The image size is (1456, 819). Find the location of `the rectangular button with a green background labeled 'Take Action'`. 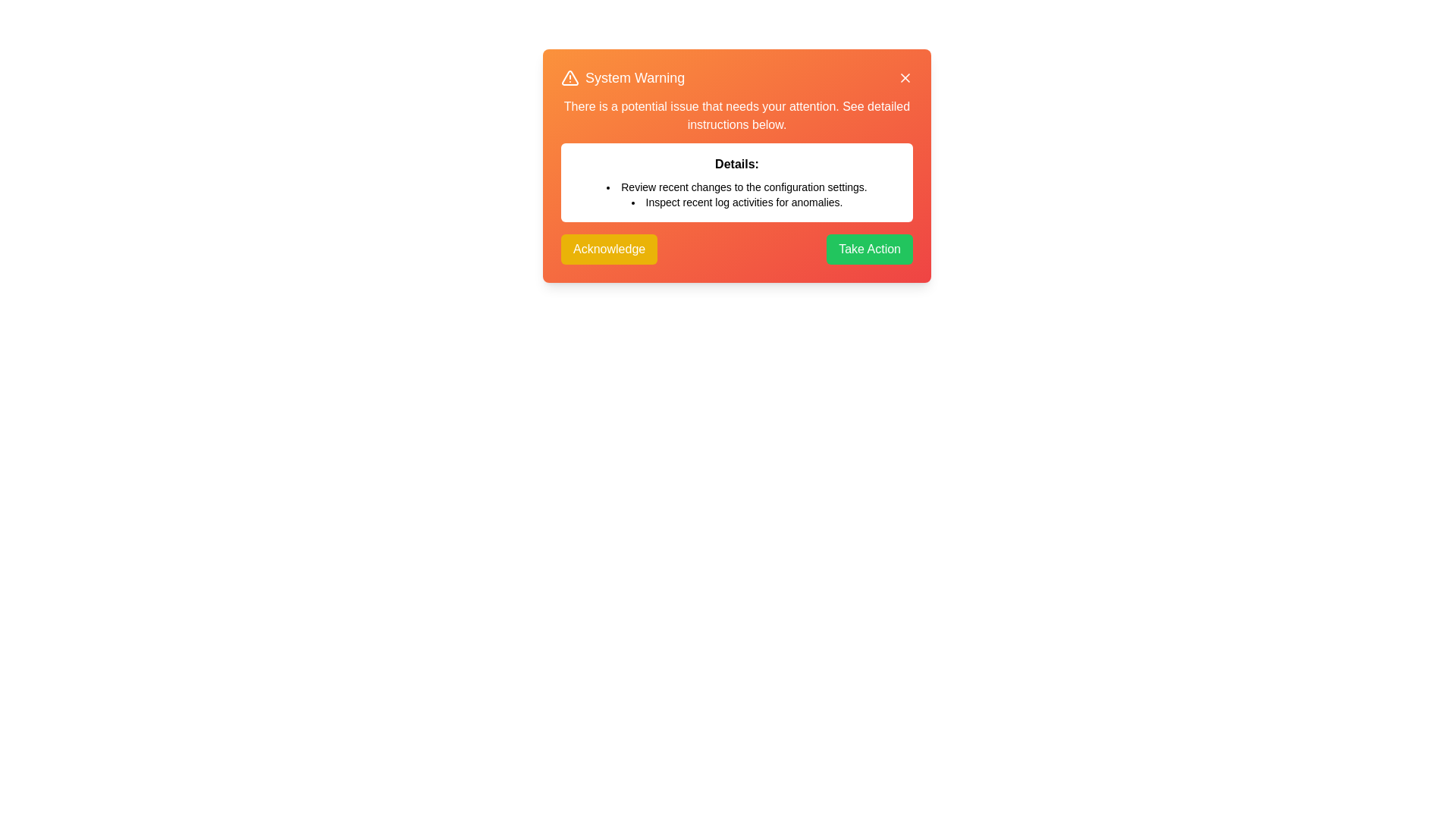

the rectangular button with a green background labeled 'Take Action' is located at coordinates (870, 248).